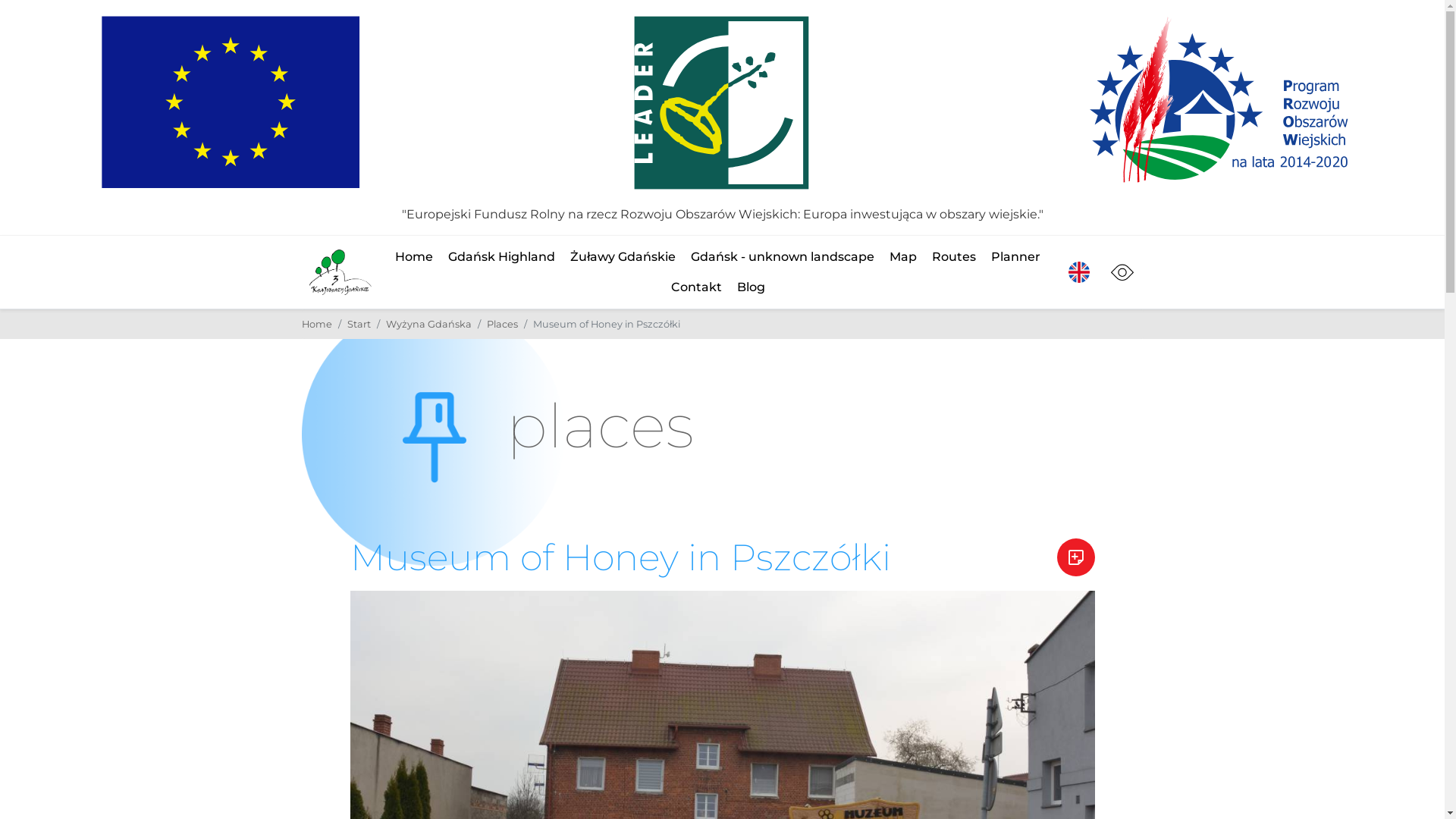 The height and width of the screenshot is (819, 1456). I want to click on 'Add to the planner', so click(1075, 557).